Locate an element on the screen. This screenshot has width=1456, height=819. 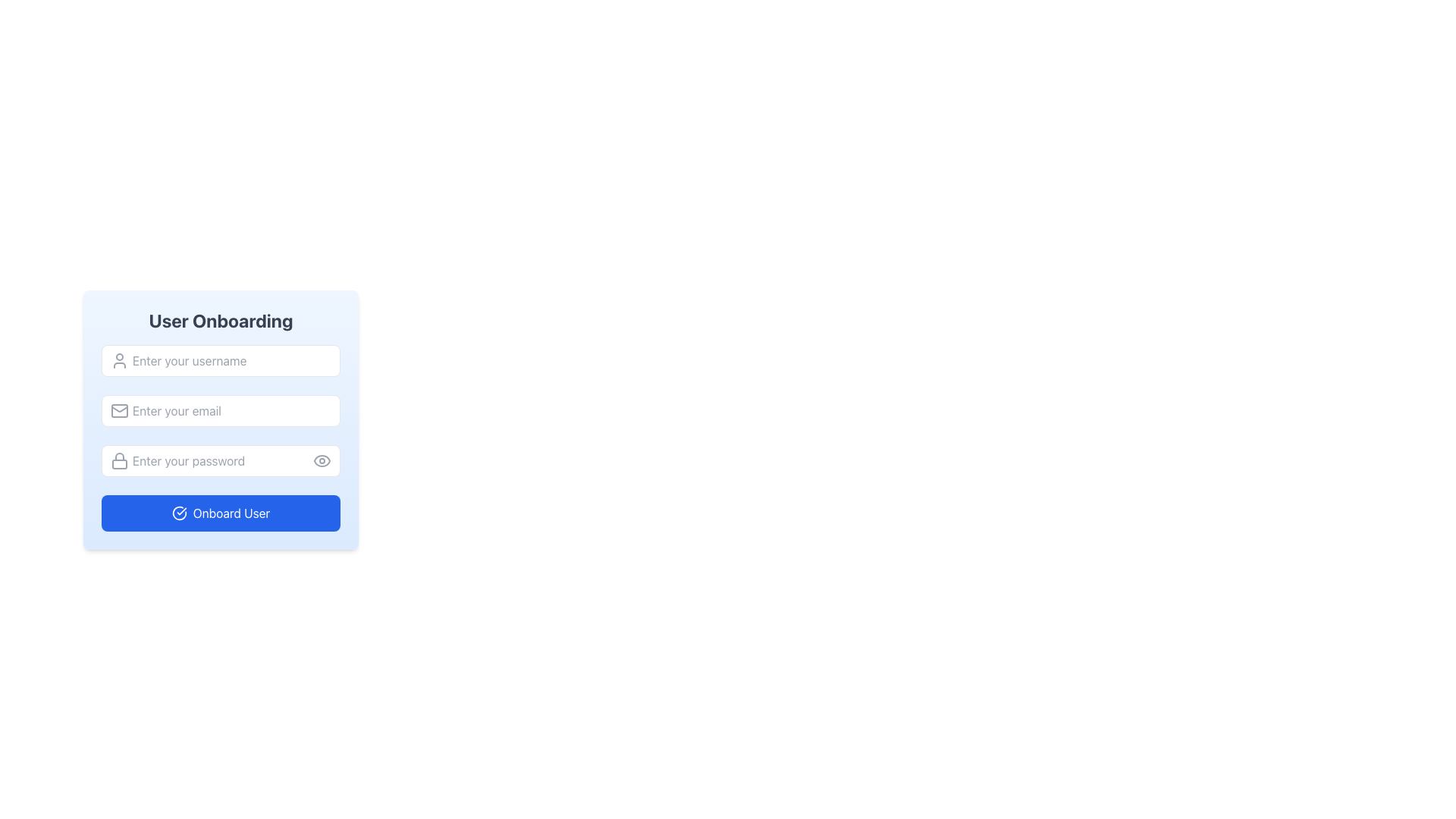
the email field indicator icon located to the left of the email input field in the user onboarding form is located at coordinates (119, 411).